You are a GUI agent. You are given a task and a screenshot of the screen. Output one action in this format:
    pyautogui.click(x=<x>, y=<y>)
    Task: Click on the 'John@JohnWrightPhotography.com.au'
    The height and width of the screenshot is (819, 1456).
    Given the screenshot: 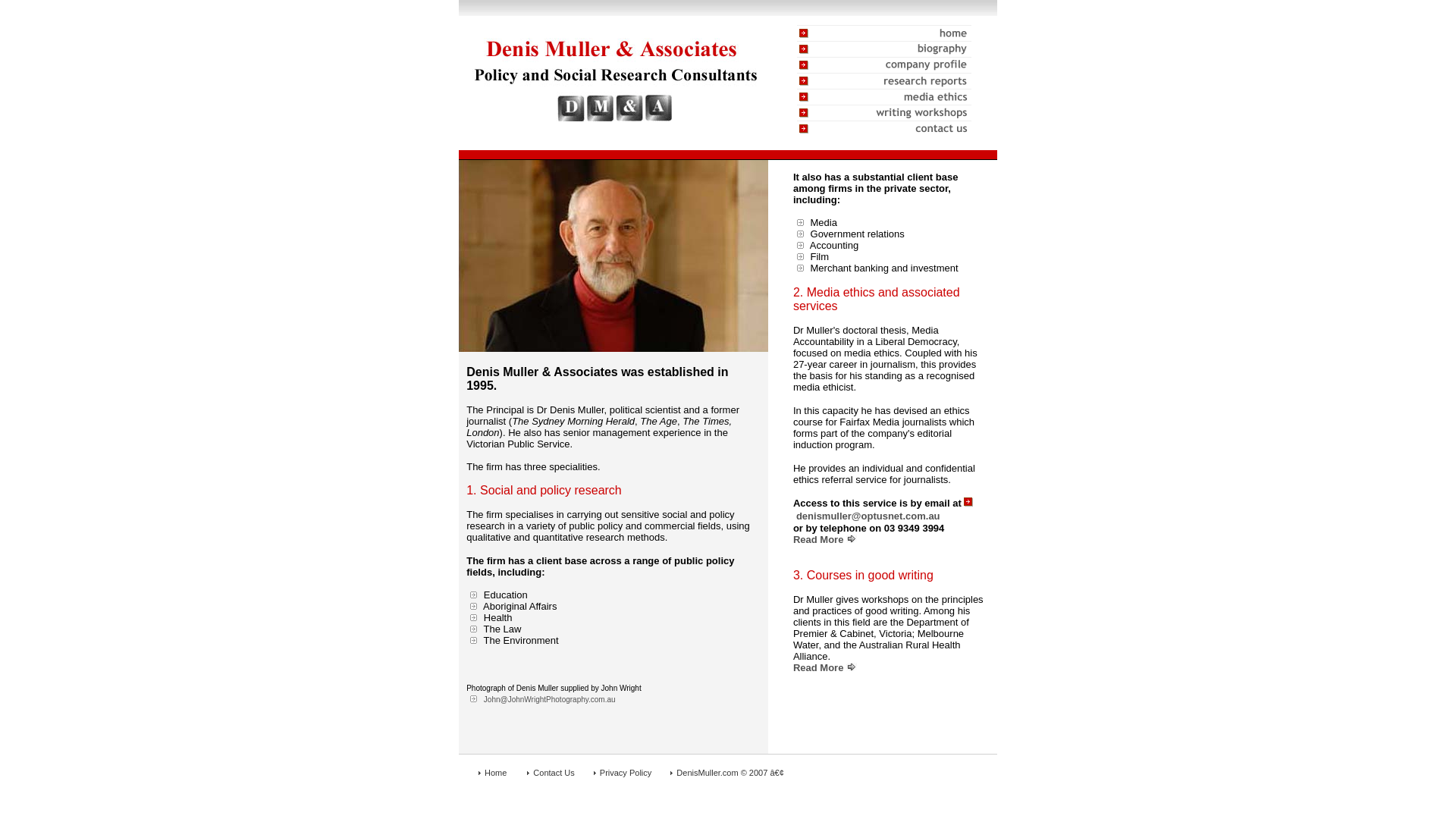 What is the action you would take?
    pyautogui.click(x=548, y=698)
    